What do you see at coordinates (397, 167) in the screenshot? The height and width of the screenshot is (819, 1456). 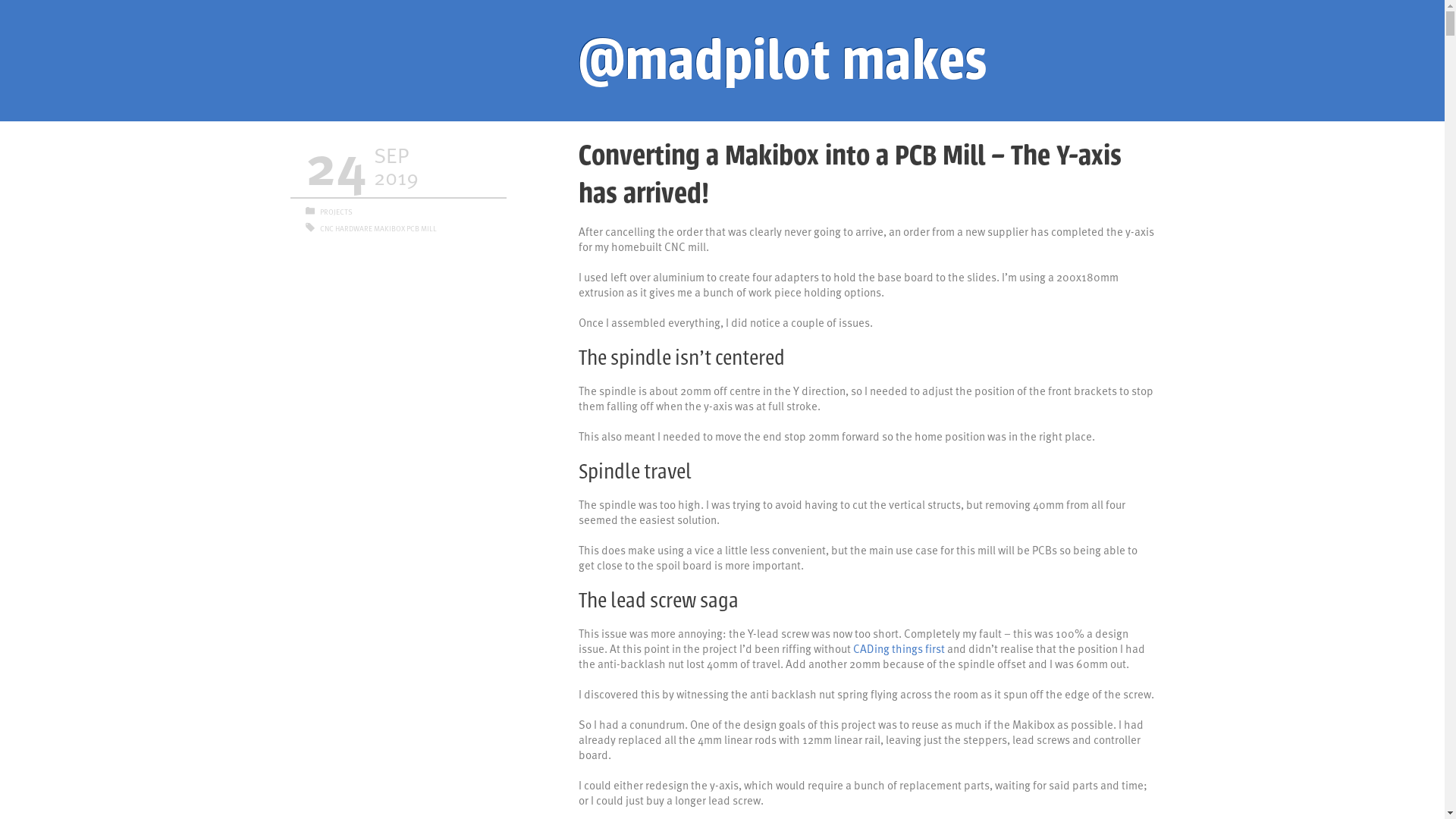 I see `'24` at bounding box center [397, 167].